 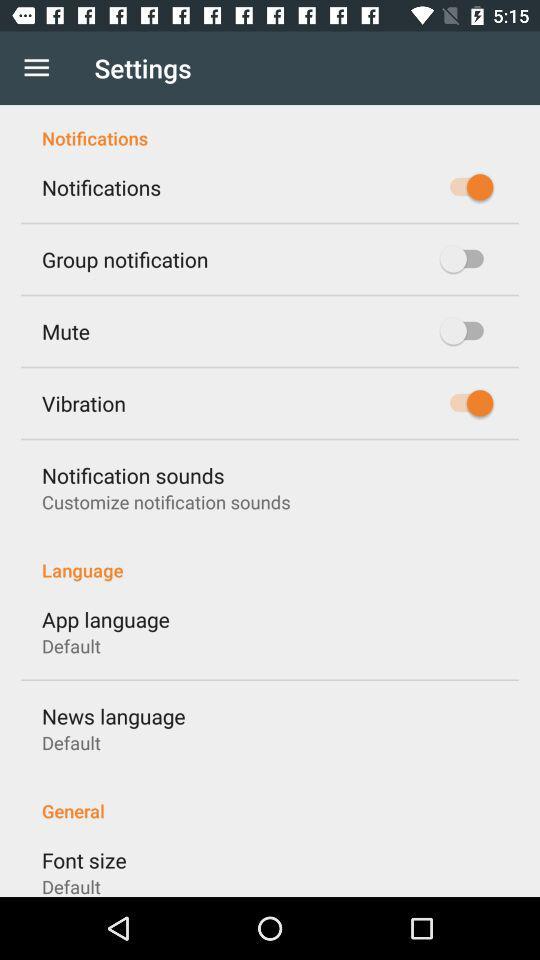 I want to click on the icon above the vibration icon, so click(x=65, y=331).